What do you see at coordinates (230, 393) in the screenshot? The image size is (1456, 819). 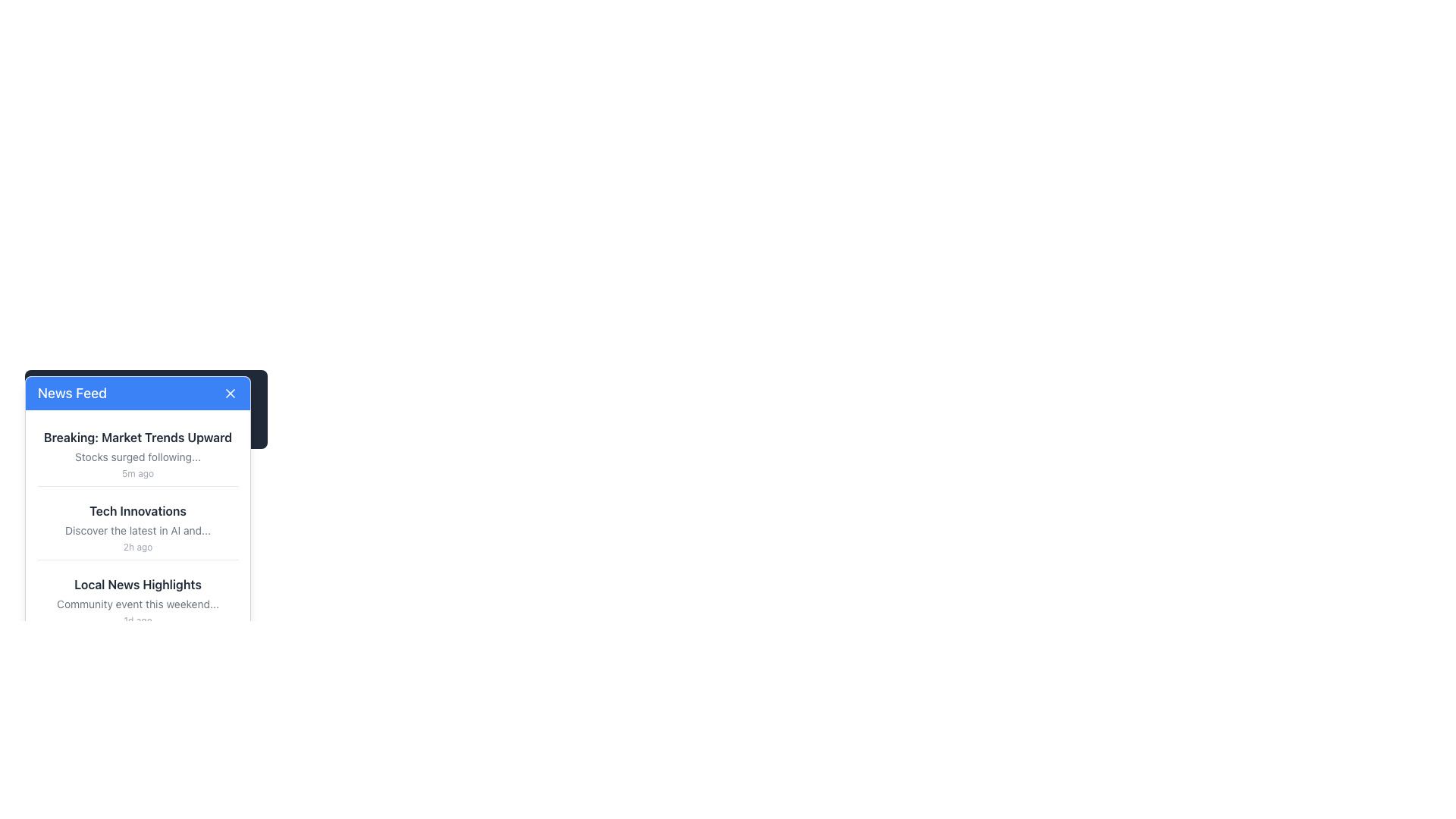 I see `the 'X' icon located at the top-right corner of the blue header bar in the 'News Feed' card` at bounding box center [230, 393].